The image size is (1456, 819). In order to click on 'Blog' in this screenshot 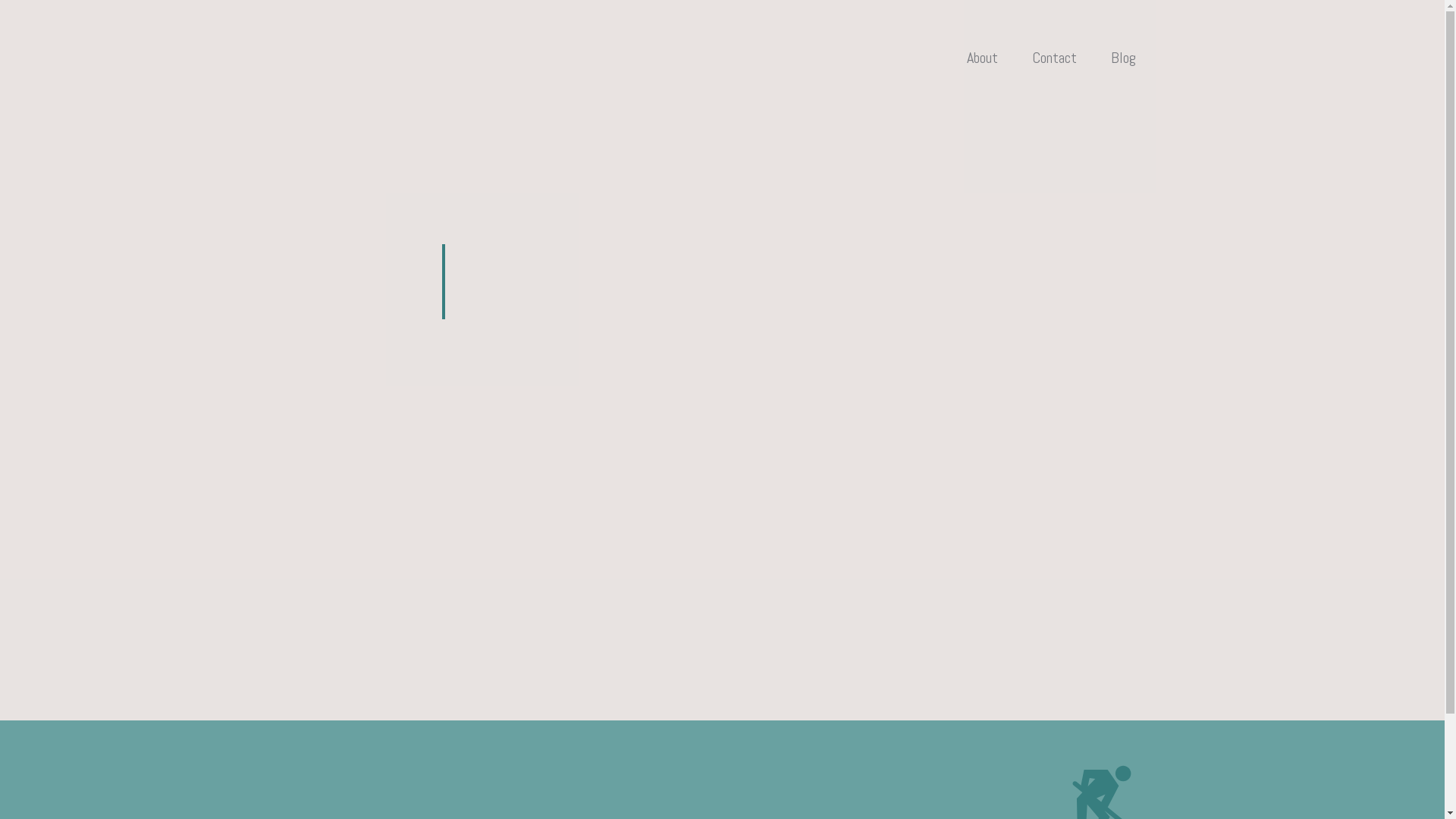, I will do `click(1122, 57)`.